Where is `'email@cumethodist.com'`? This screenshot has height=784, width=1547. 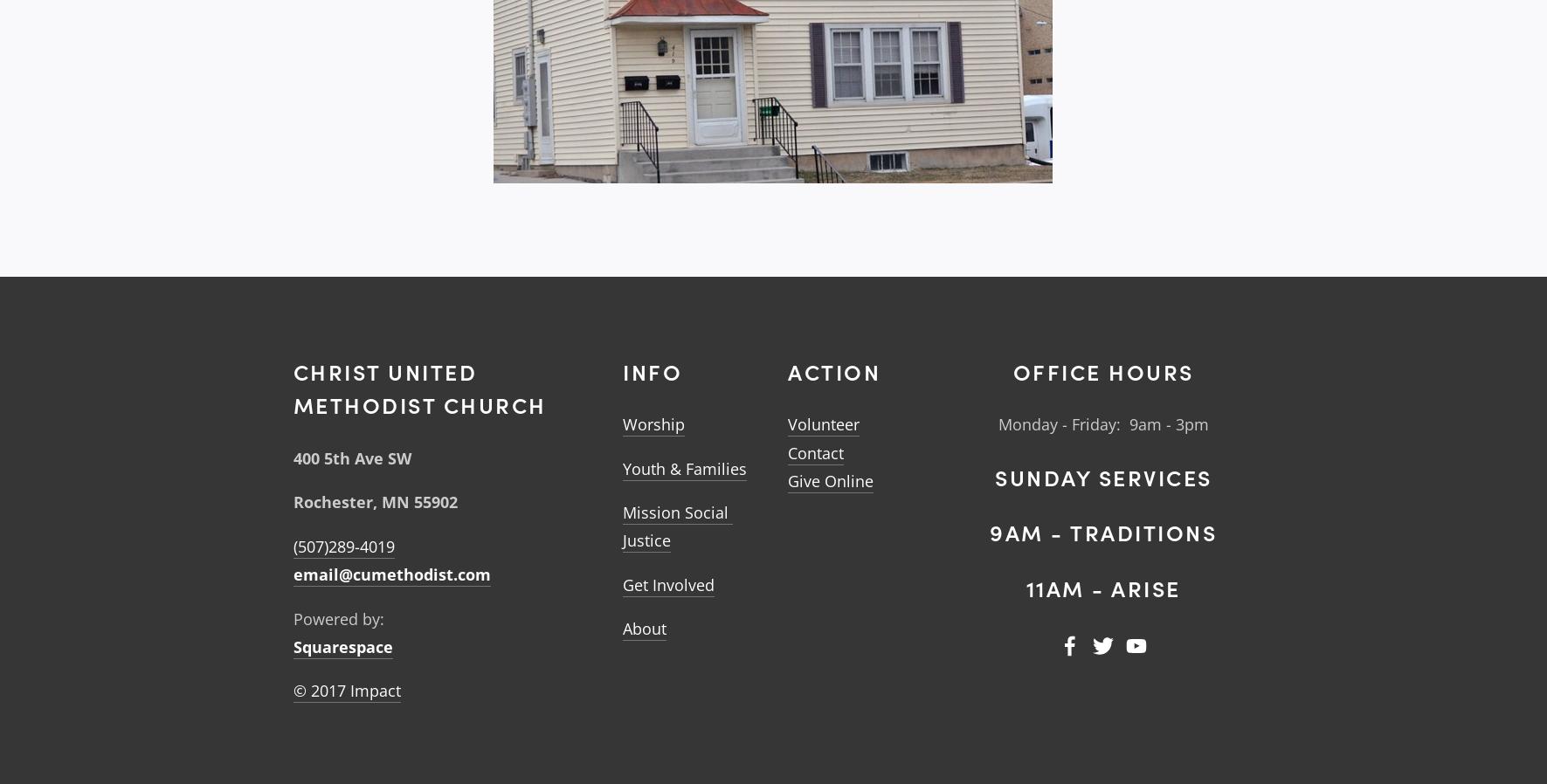 'email@cumethodist.com' is located at coordinates (292, 573).